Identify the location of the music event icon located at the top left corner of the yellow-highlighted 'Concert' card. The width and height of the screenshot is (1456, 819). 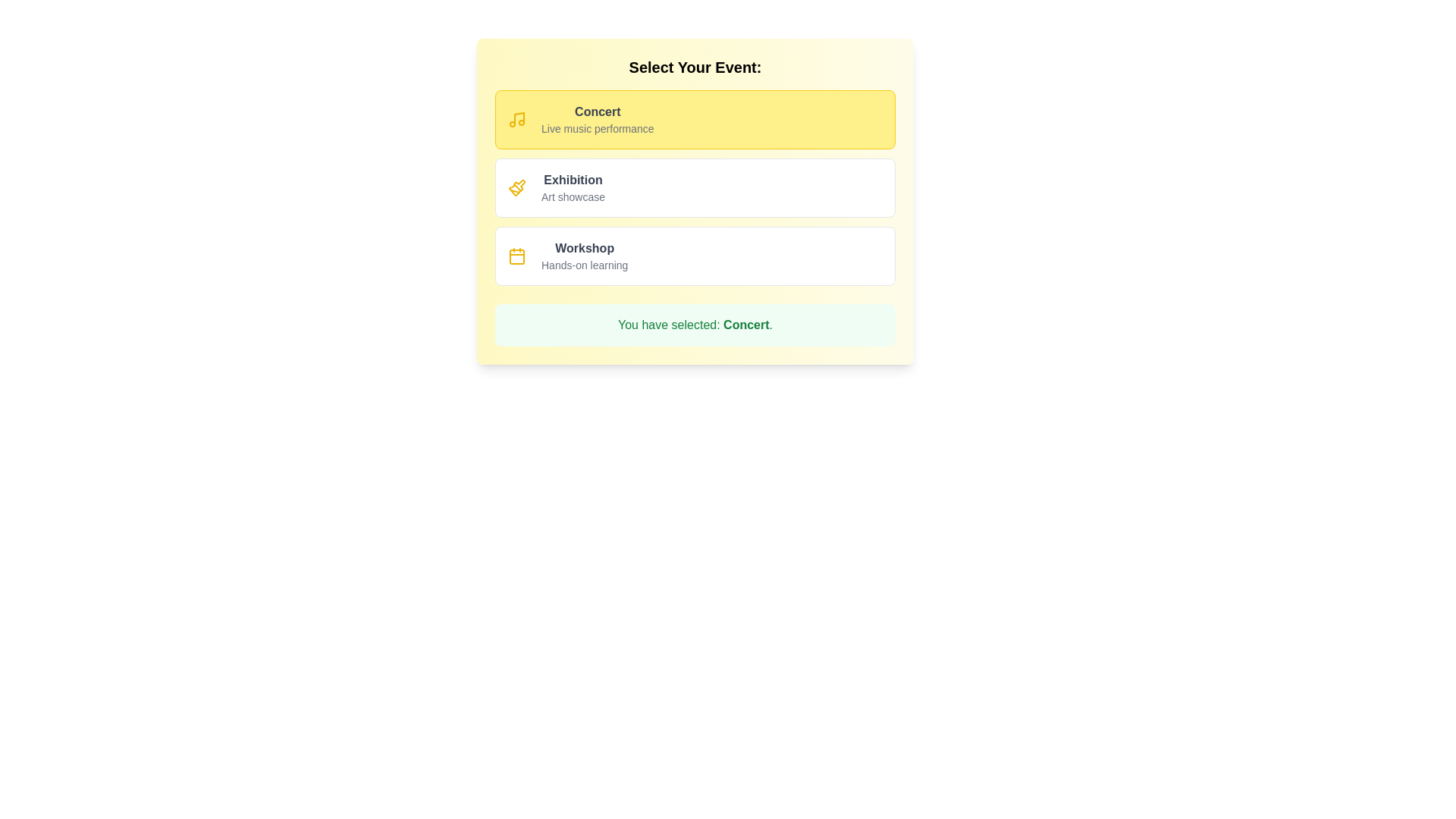
(516, 119).